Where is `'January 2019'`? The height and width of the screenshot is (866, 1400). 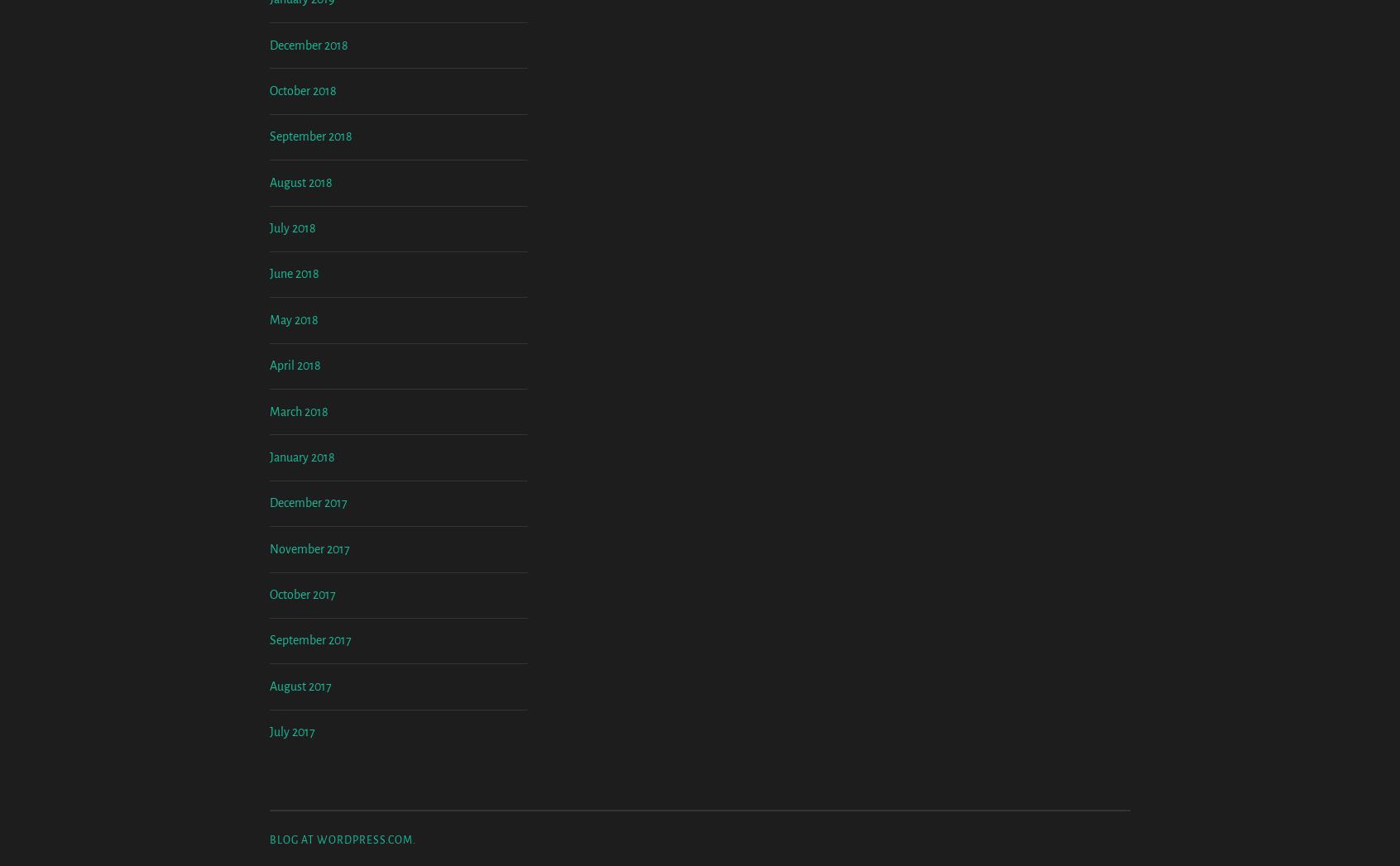
'January 2019' is located at coordinates (269, 136).